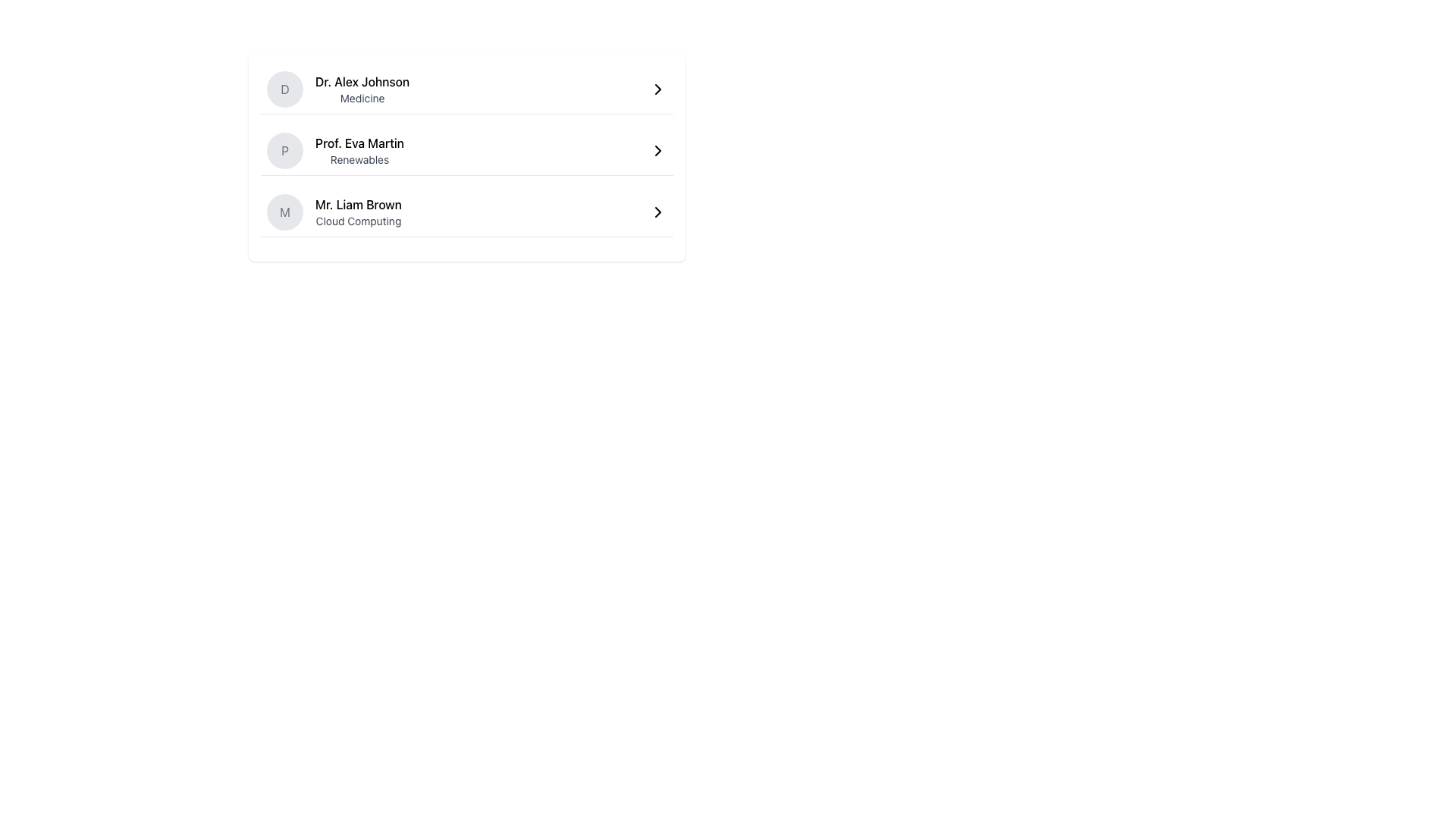  Describe the element at coordinates (284, 151) in the screenshot. I see `the circular gray background containing the initial 'P' representing 'Prof. Eva Martin', which is located in the second row of a vertical list of individuals` at that location.